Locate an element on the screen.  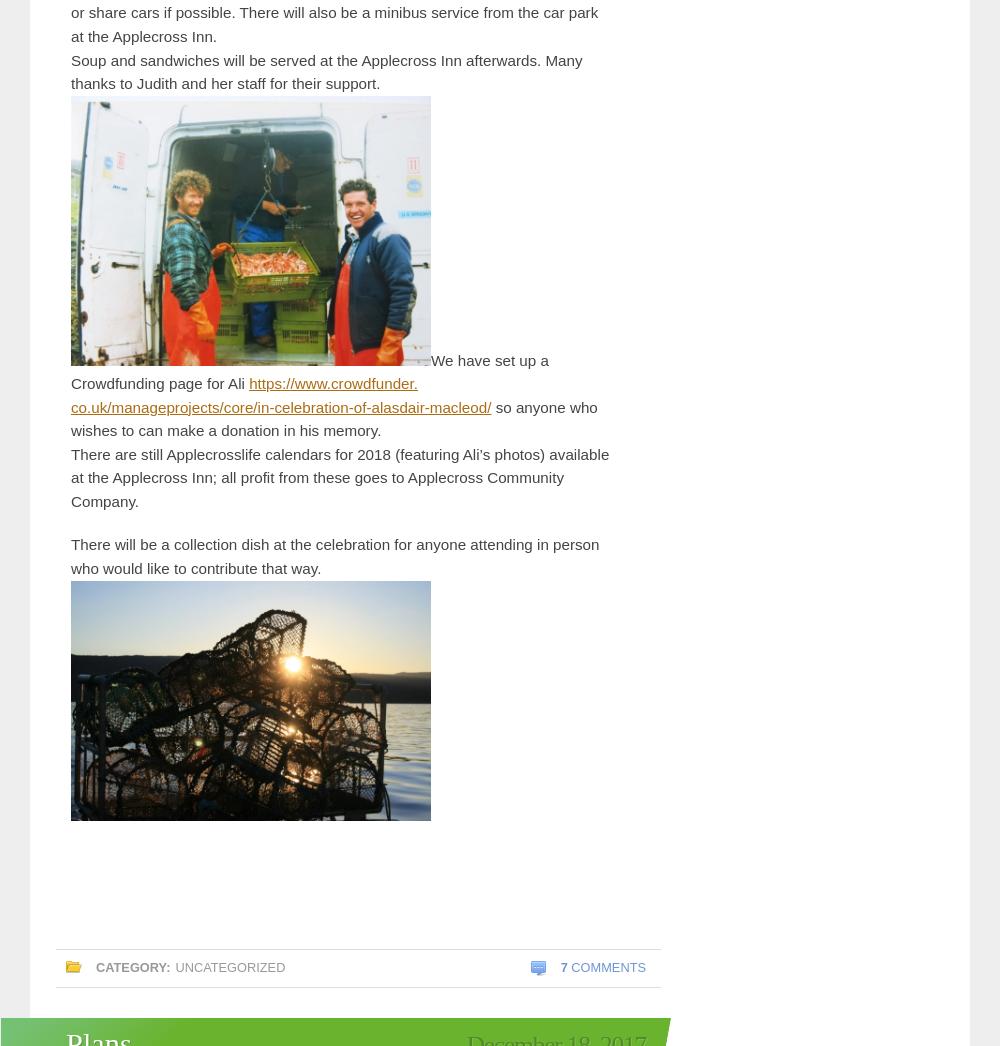
'Category:' is located at coordinates (133, 966).